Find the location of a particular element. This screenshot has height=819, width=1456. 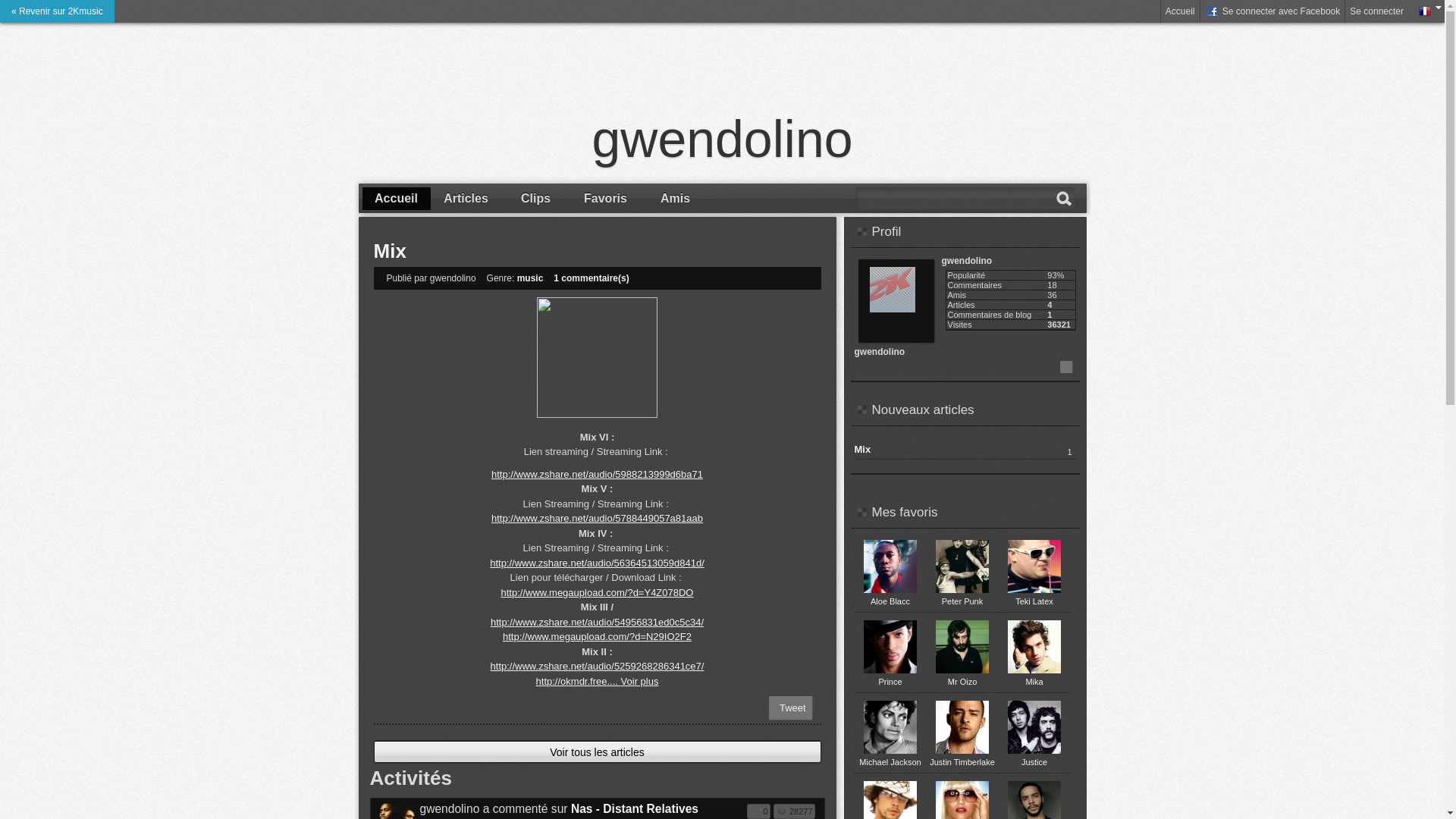

'http://www.zshare.net/audio/56364513059d841d/' is located at coordinates (596, 562).